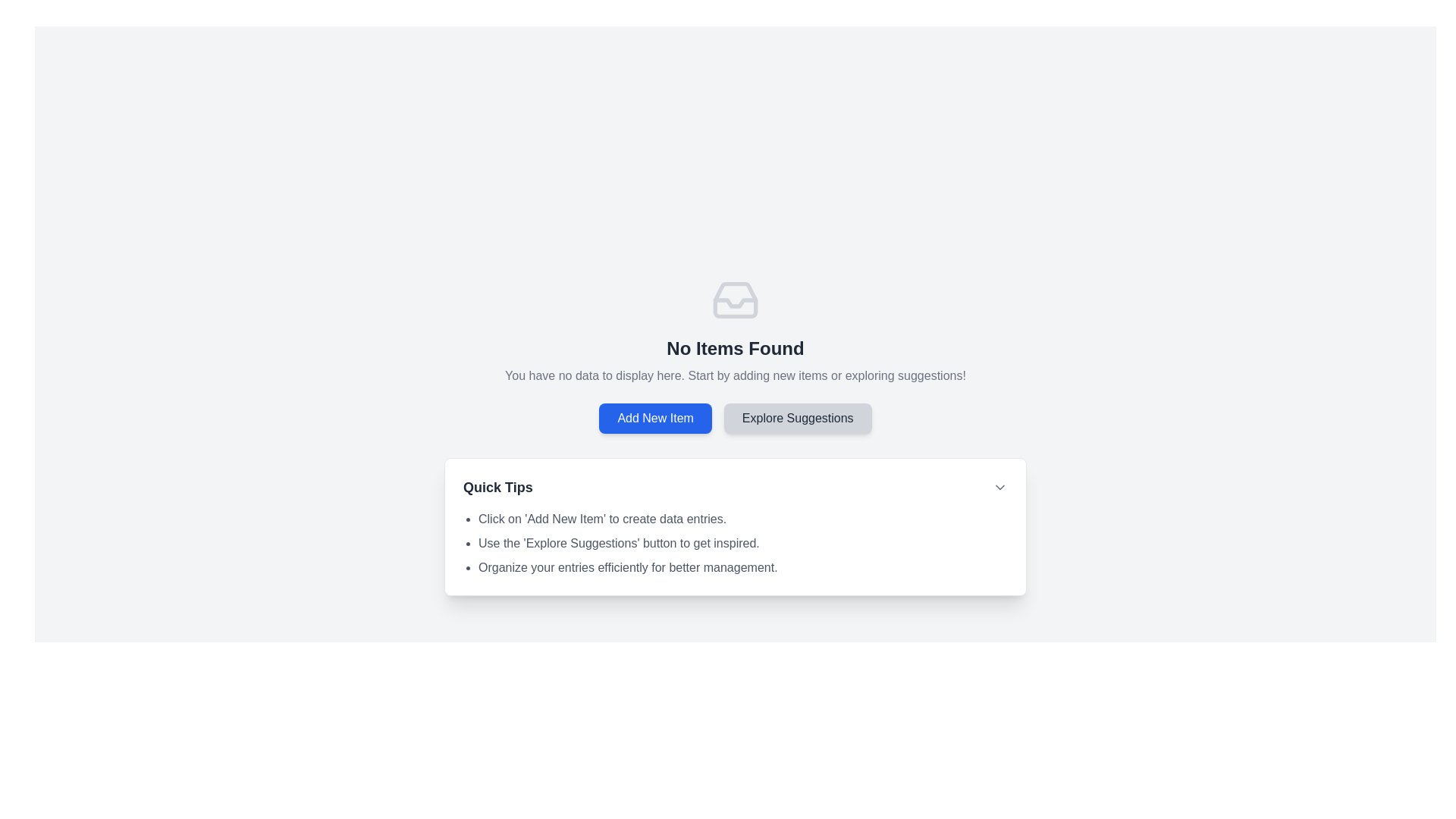 Image resolution: width=1456 pixels, height=819 pixels. I want to click on the icon button located to the far right of the 'Quick Tips' section header, so click(1000, 488).